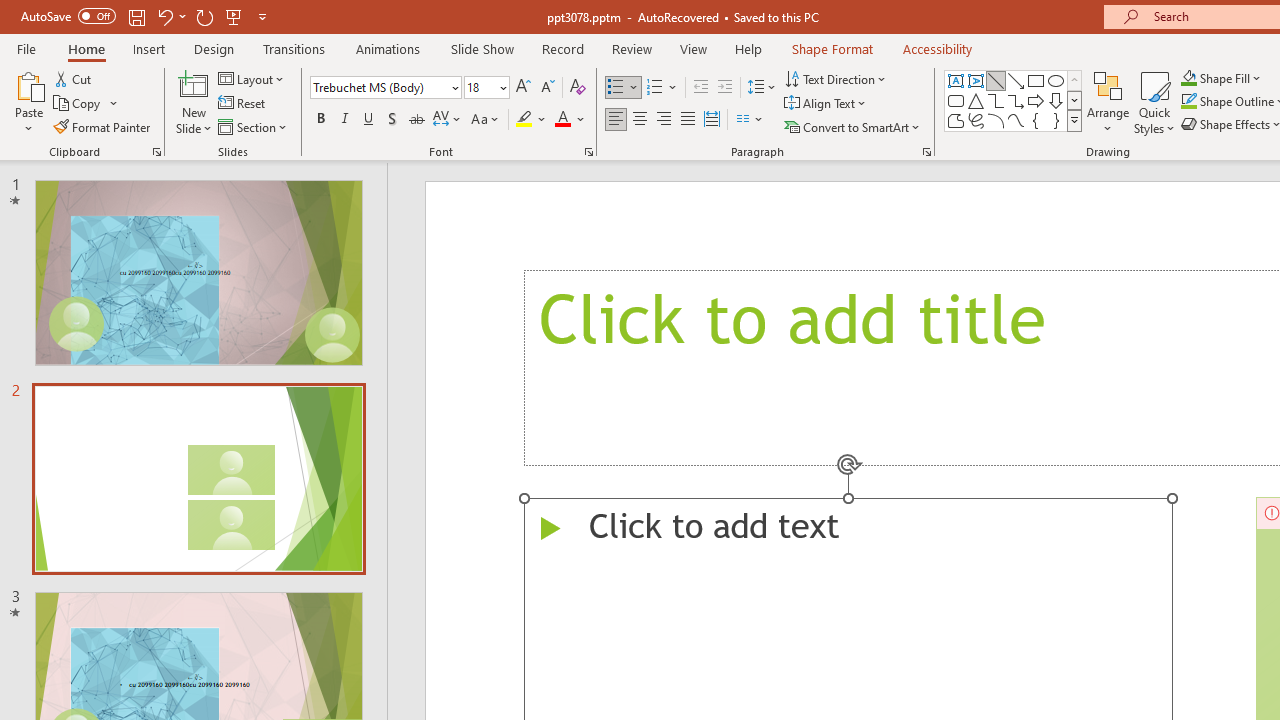 The height and width of the screenshot is (720, 1280). I want to click on 'Quick Styles', so click(1154, 103).